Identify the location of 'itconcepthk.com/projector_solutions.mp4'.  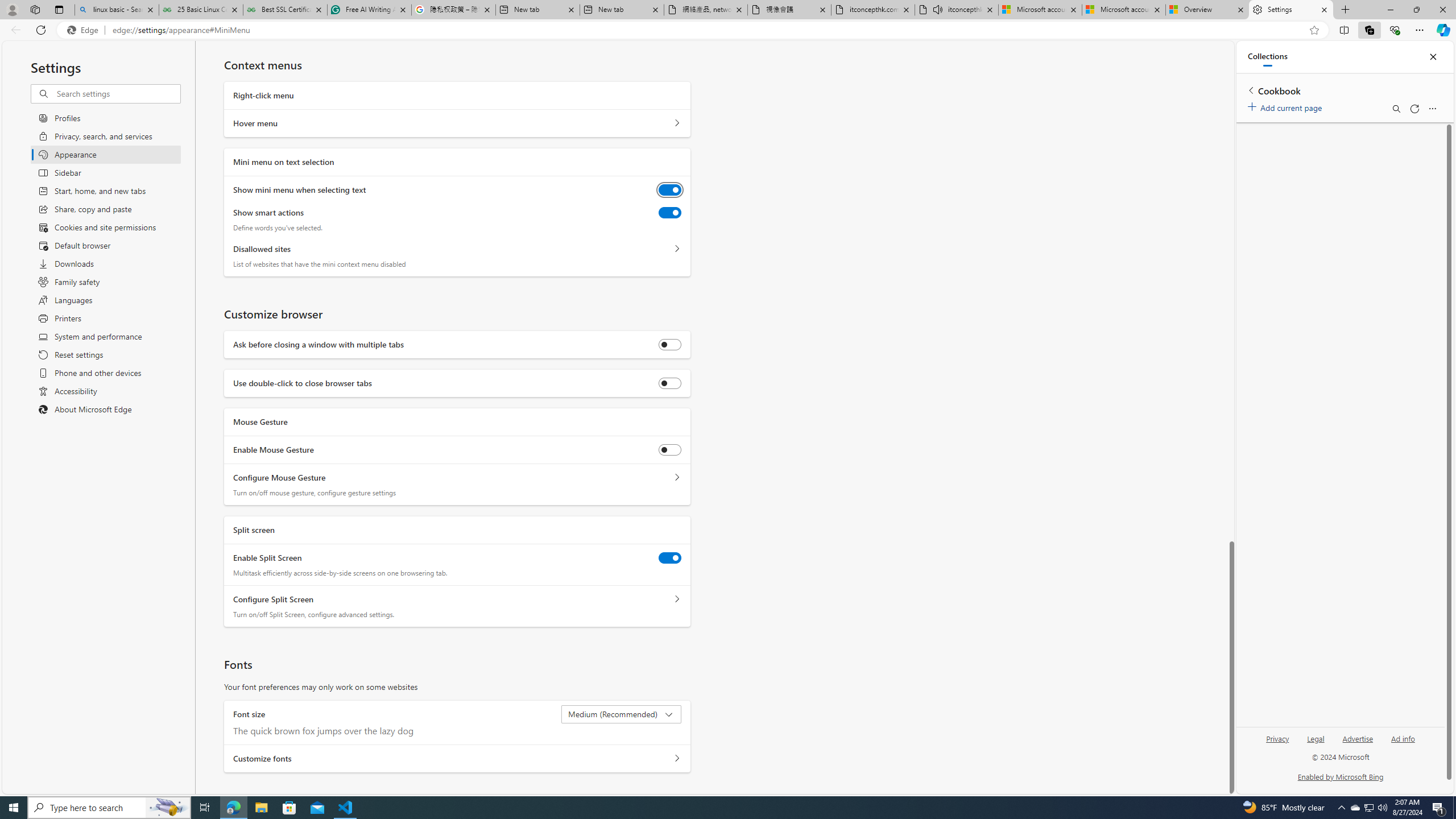
(874, 9).